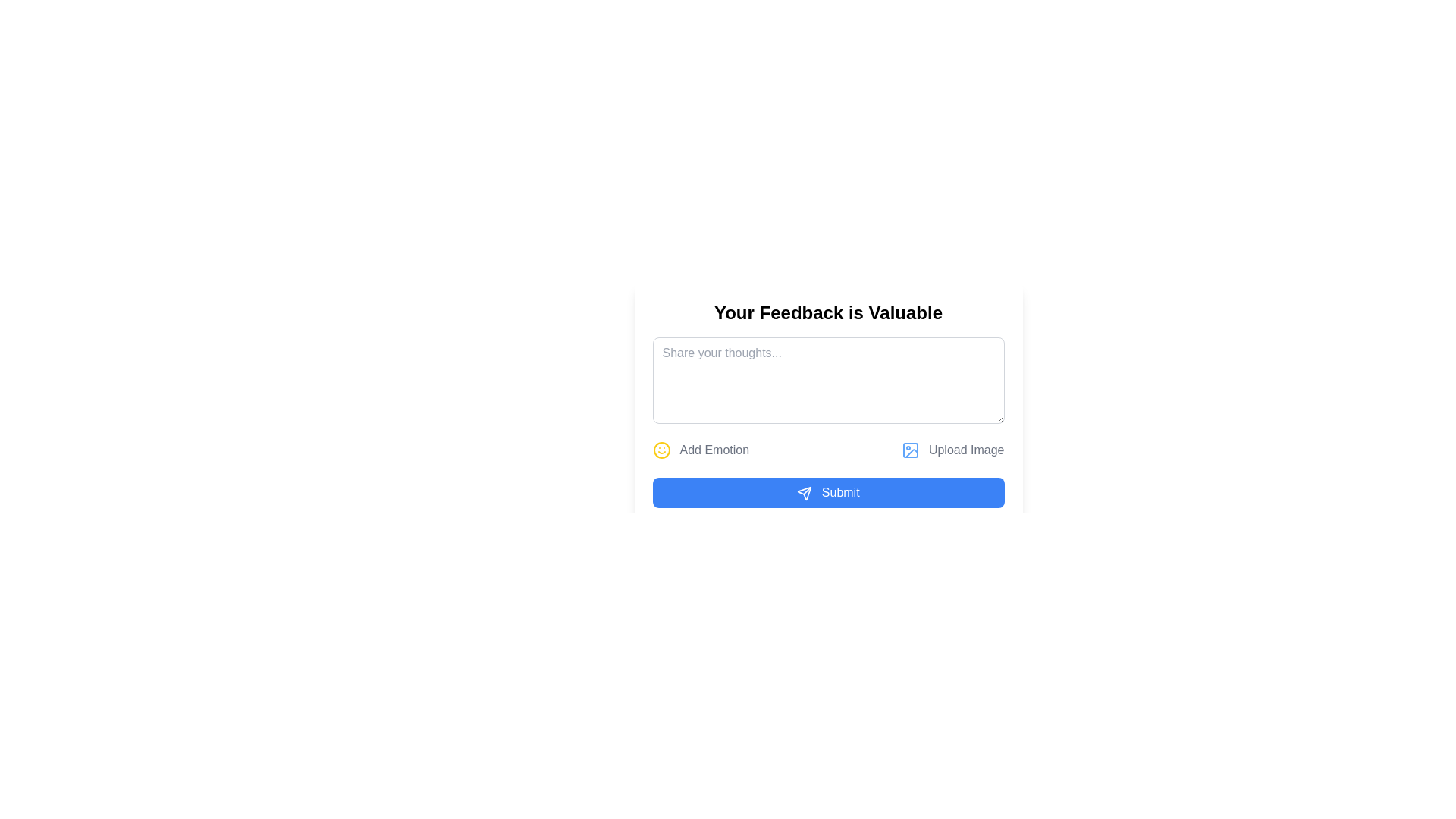 The height and width of the screenshot is (819, 1456). I want to click on the icon button located to the right of the 'Add Emotion' button to initiate the image upload process, so click(910, 450).